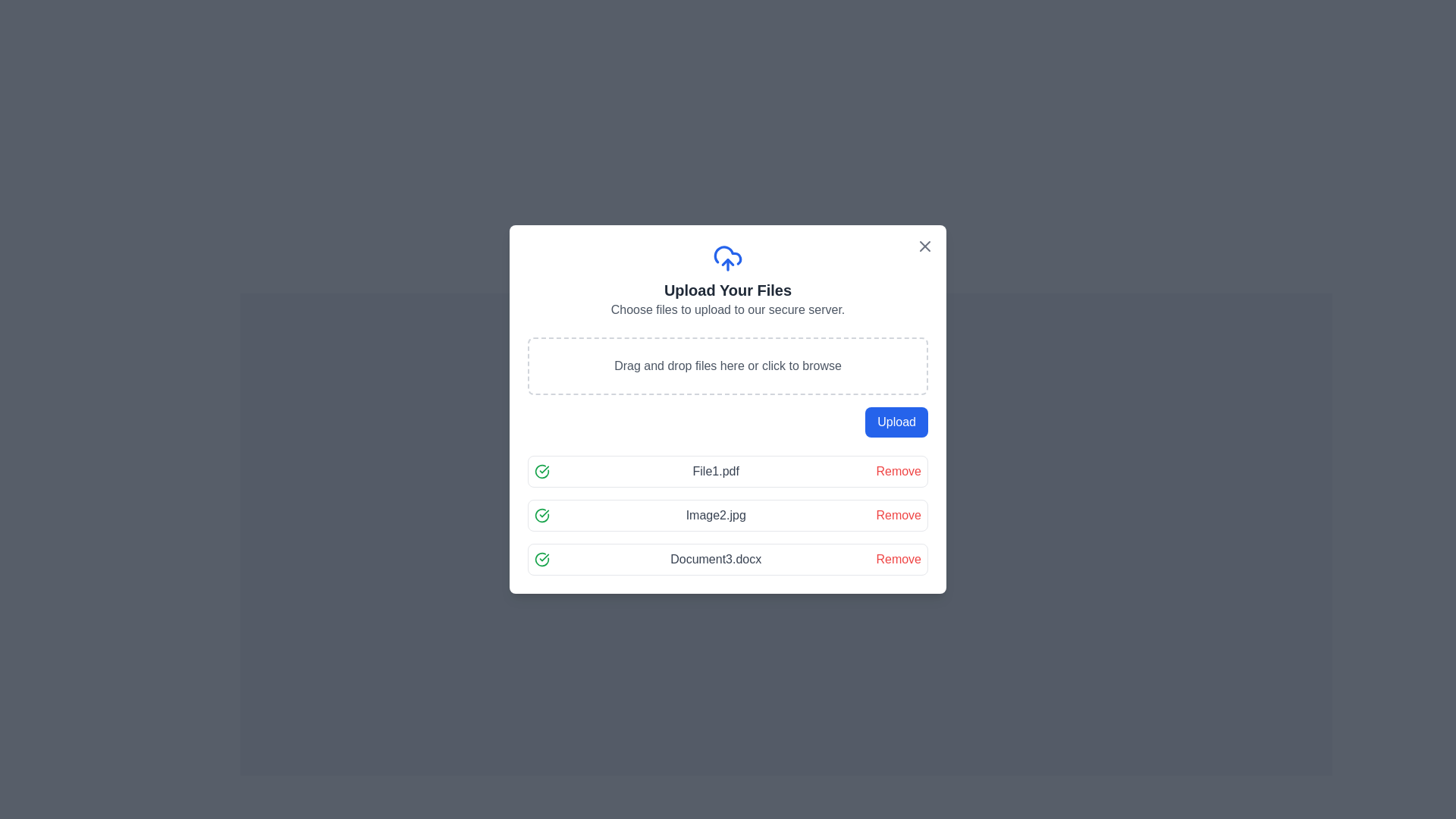 This screenshot has height=819, width=1456. Describe the element at coordinates (728, 366) in the screenshot. I see `the drag-and-drop file upload area located below the heading 'Upload Your Files' and above the 'Upload' button` at that location.